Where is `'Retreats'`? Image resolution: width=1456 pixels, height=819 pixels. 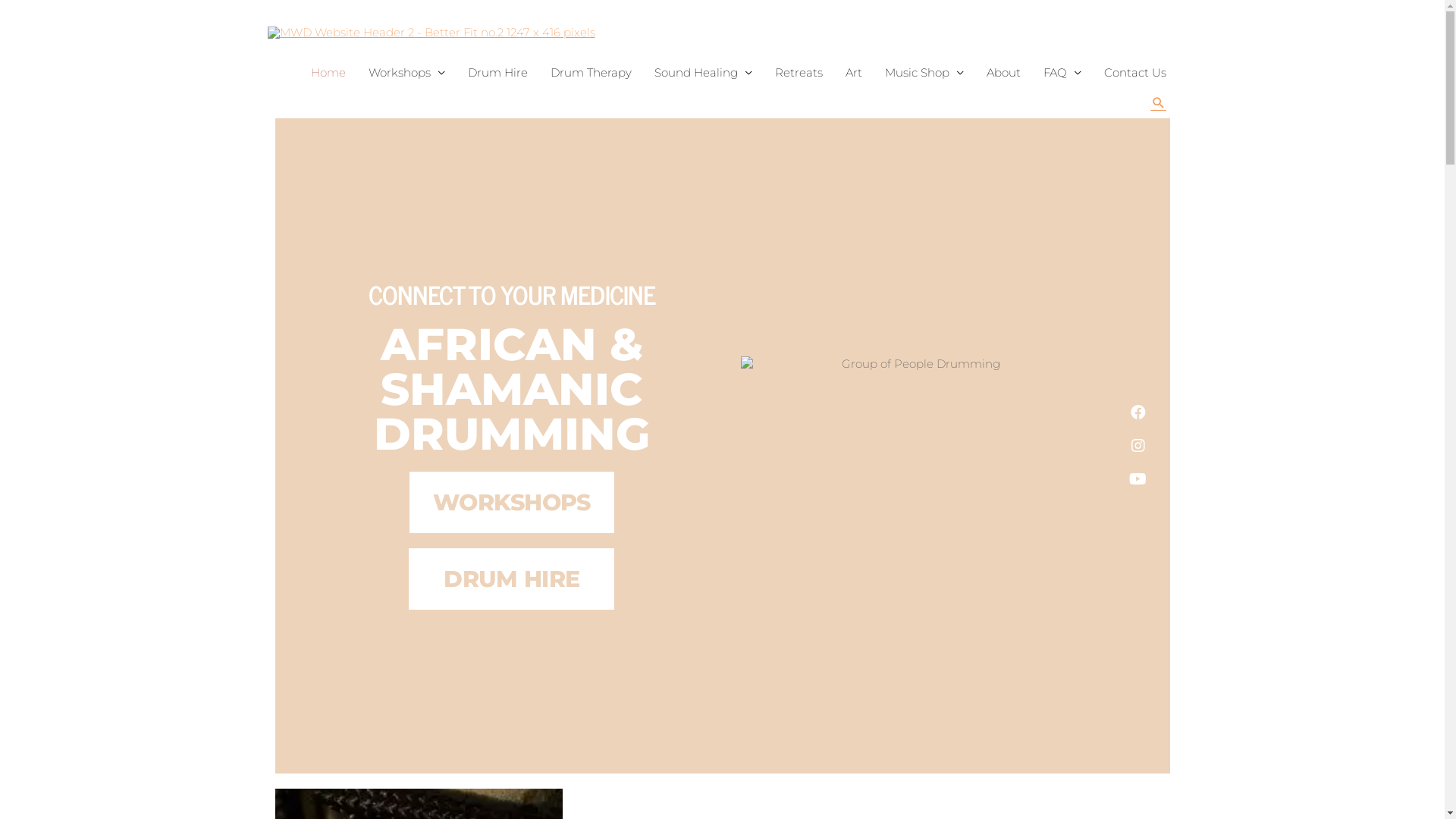
'Retreats' is located at coordinates (797, 73).